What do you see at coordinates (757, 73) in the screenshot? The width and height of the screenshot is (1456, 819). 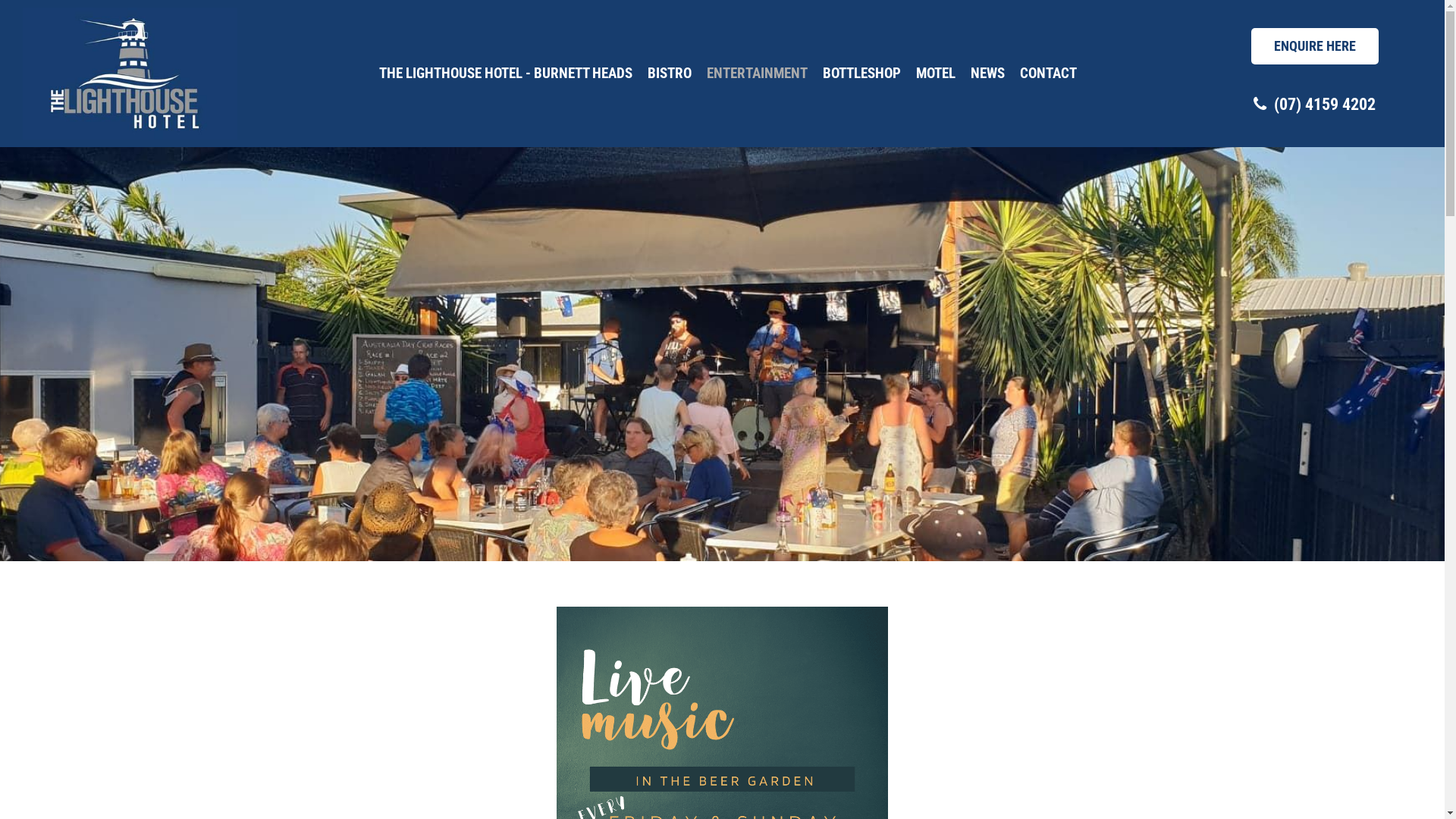 I see `'ENTERTAINMENT'` at bounding box center [757, 73].